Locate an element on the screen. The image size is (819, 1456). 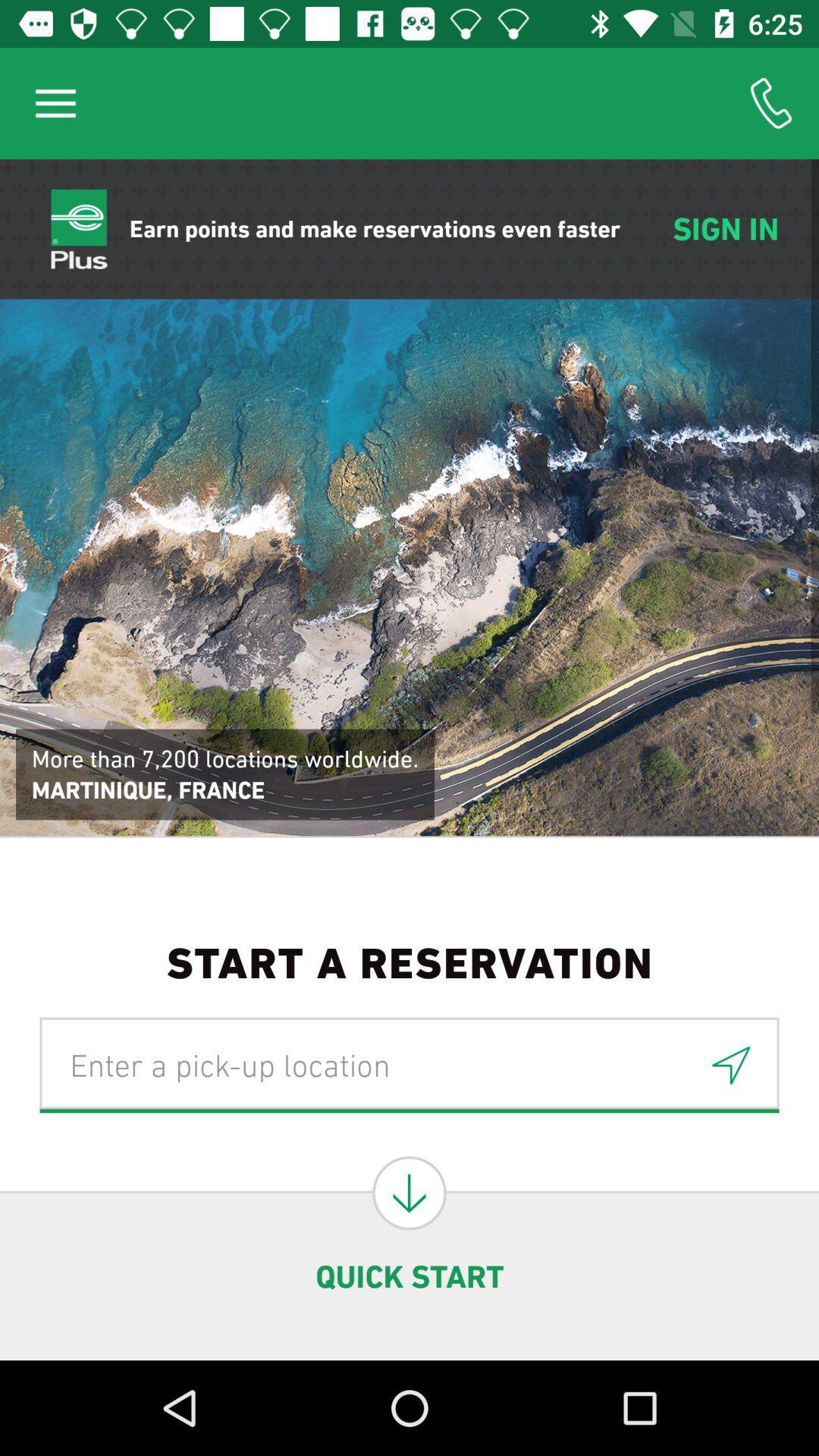
the quick start icon is located at coordinates (409, 1276).